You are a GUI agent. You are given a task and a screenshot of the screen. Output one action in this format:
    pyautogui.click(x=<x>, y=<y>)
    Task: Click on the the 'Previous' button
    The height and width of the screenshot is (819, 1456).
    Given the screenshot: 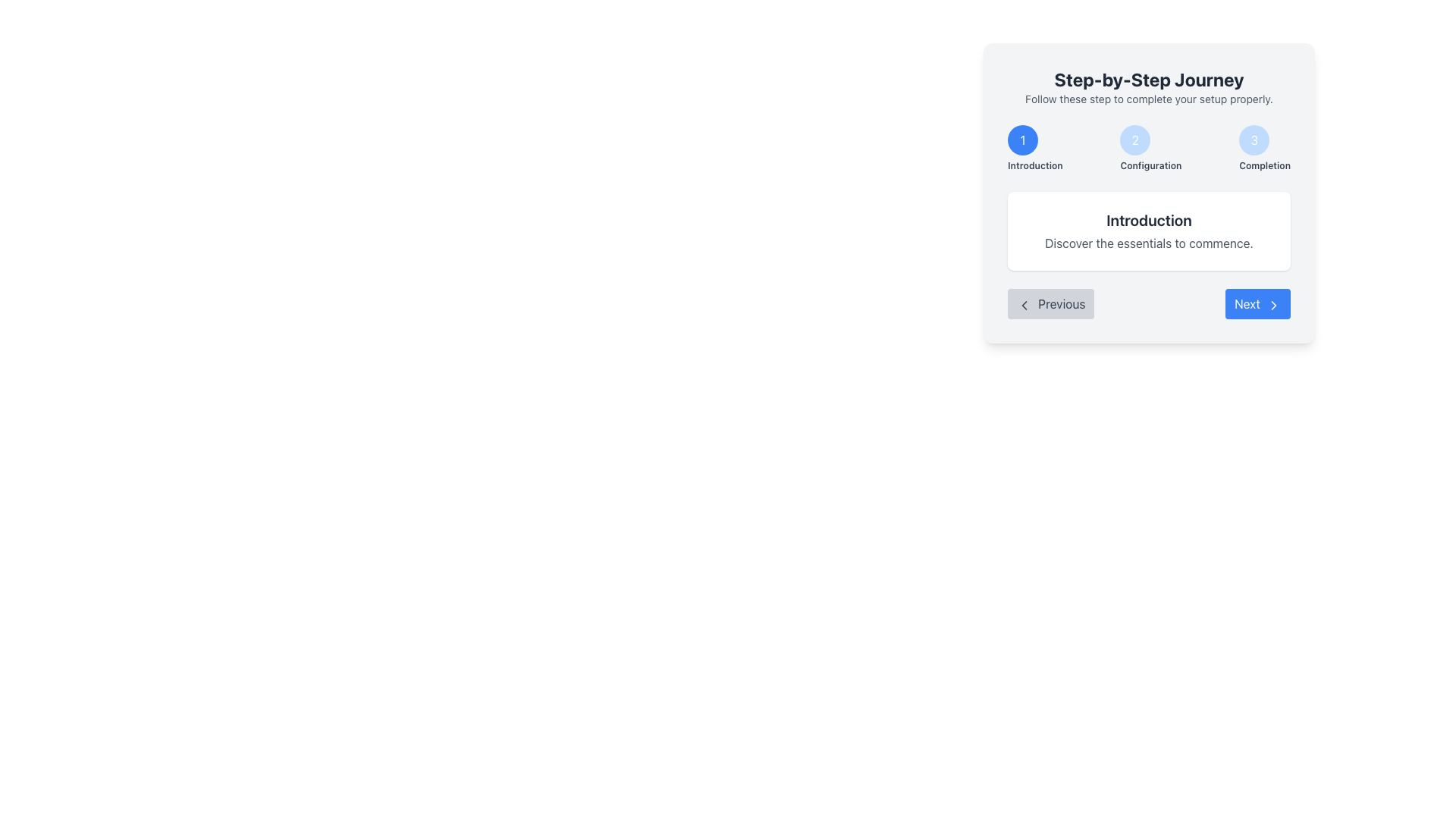 What is the action you would take?
    pyautogui.click(x=1050, y=304)
    